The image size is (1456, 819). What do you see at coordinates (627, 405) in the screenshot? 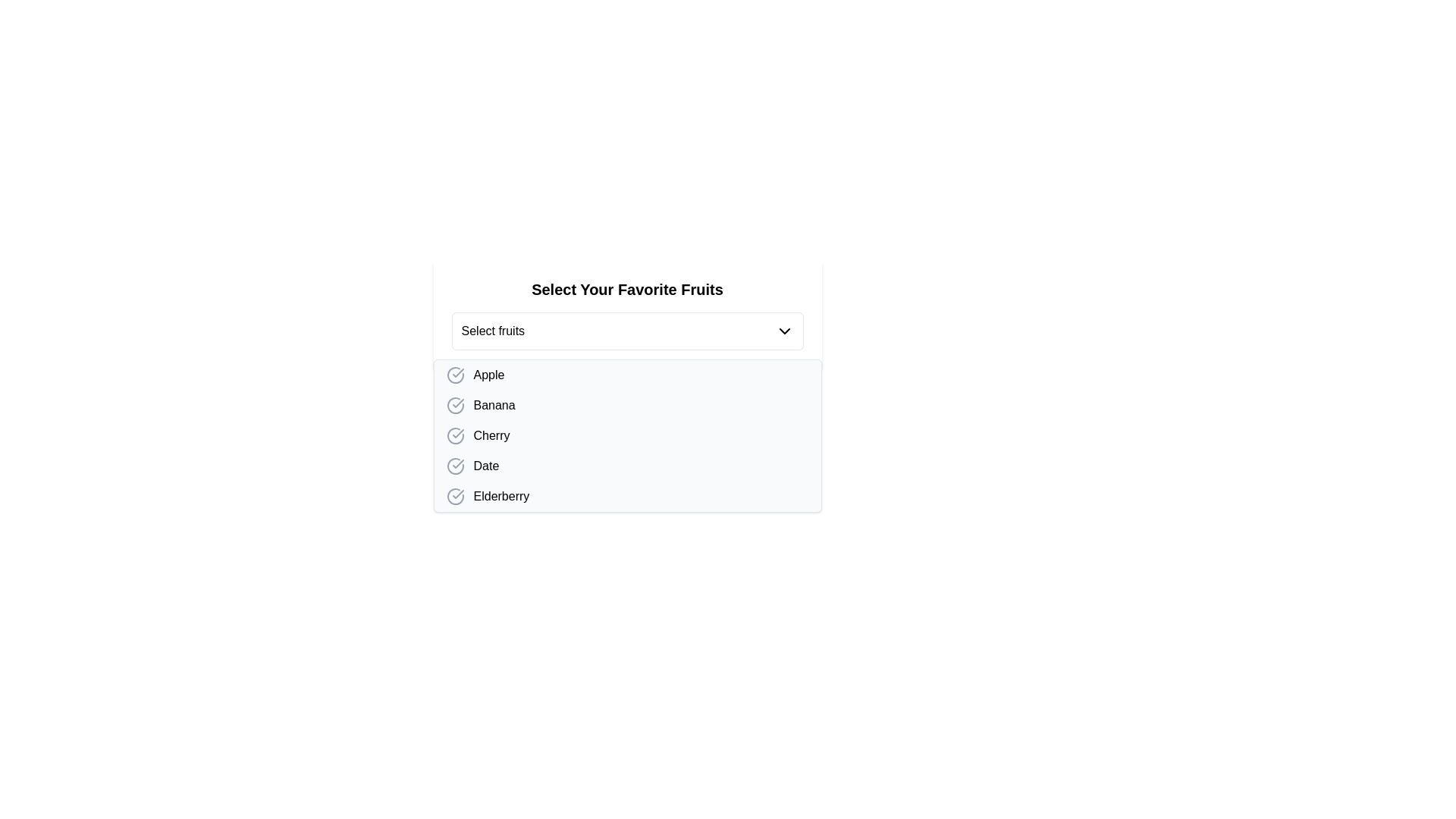
I see `the 'Banana' option in the list` at bounding box center [627, 405].